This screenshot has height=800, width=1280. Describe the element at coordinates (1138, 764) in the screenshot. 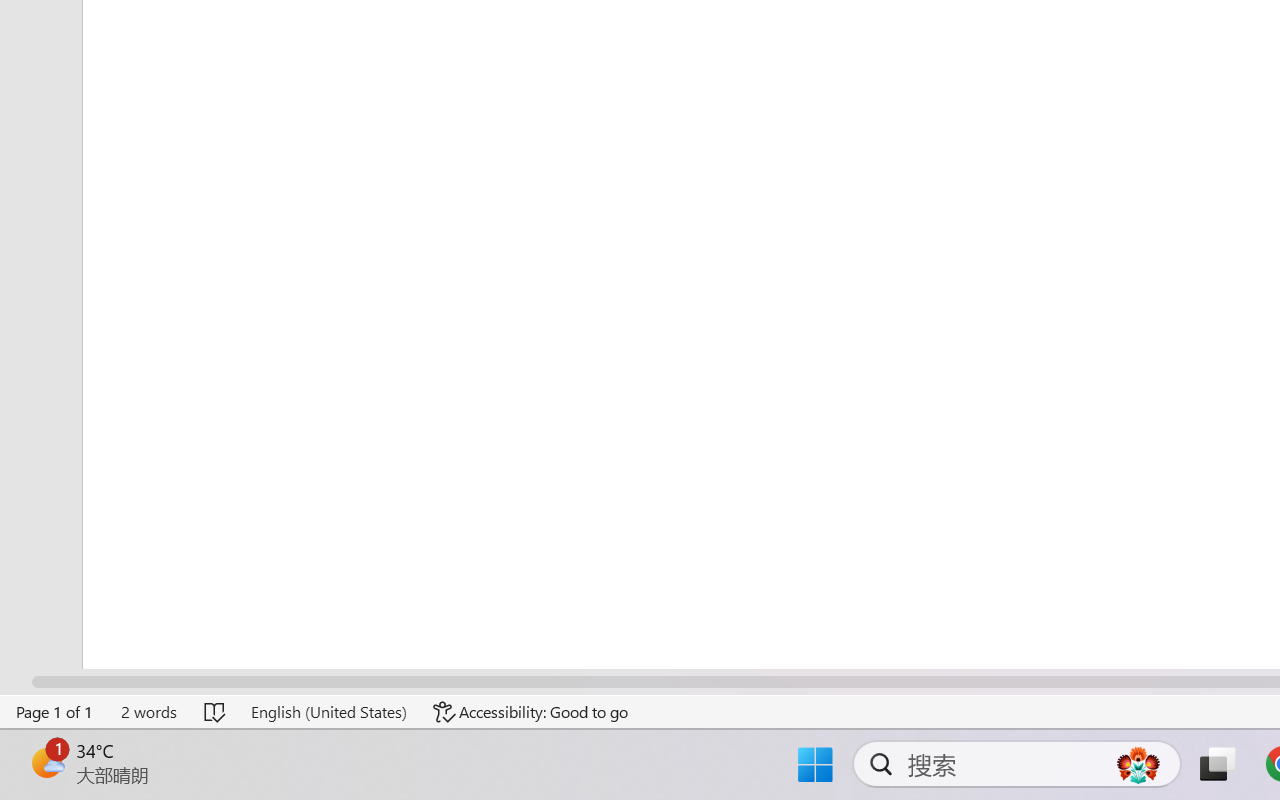

I see `'AutomationID: DynamicSearchBoxGleamImage'` at that location.